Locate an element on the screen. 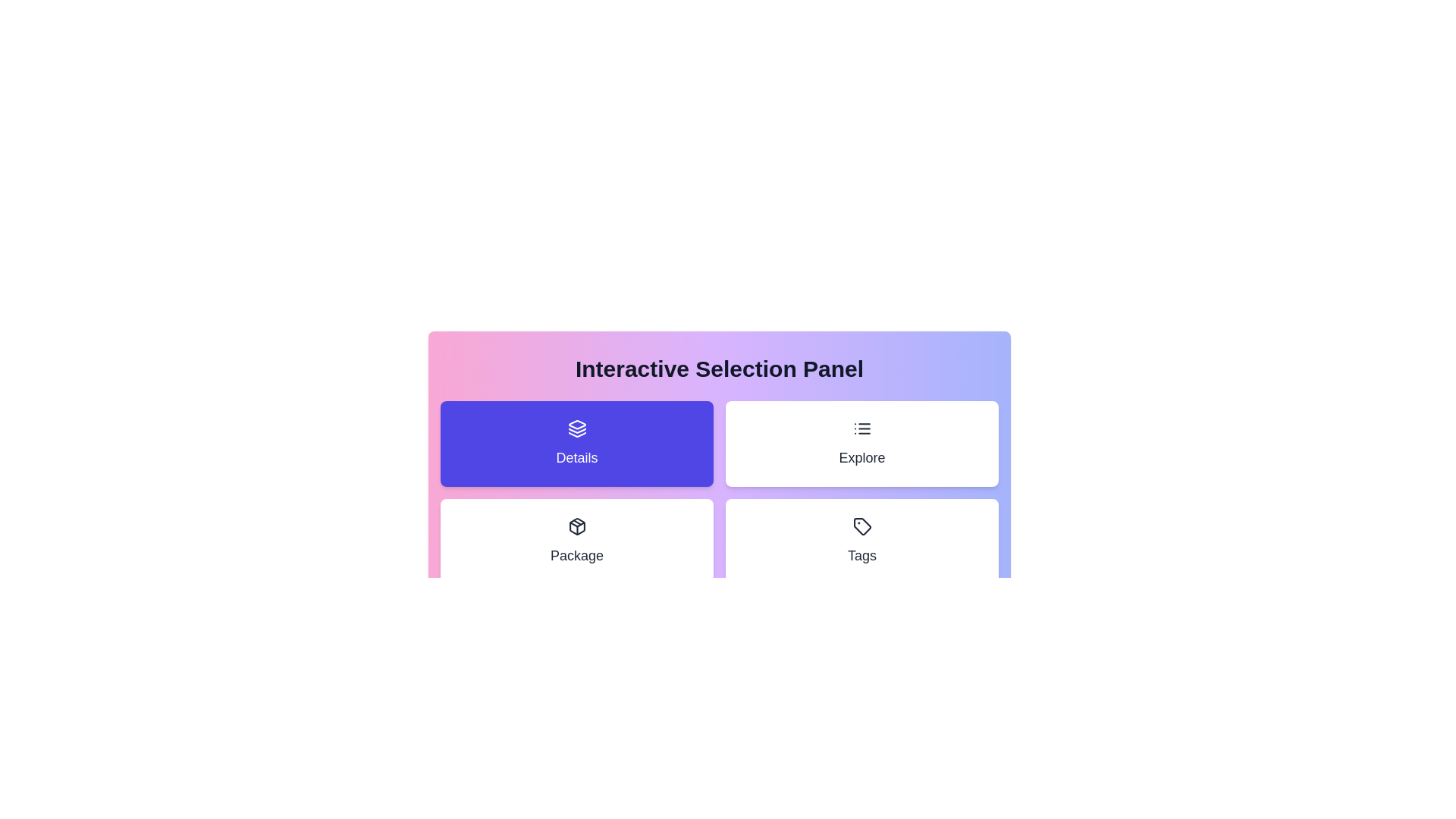 The image size is (1456, 819). the small tag or label icon represented as an SVG Icon located in the bottom-right section of the 'Tags' card is located at coordinates (862, 526).